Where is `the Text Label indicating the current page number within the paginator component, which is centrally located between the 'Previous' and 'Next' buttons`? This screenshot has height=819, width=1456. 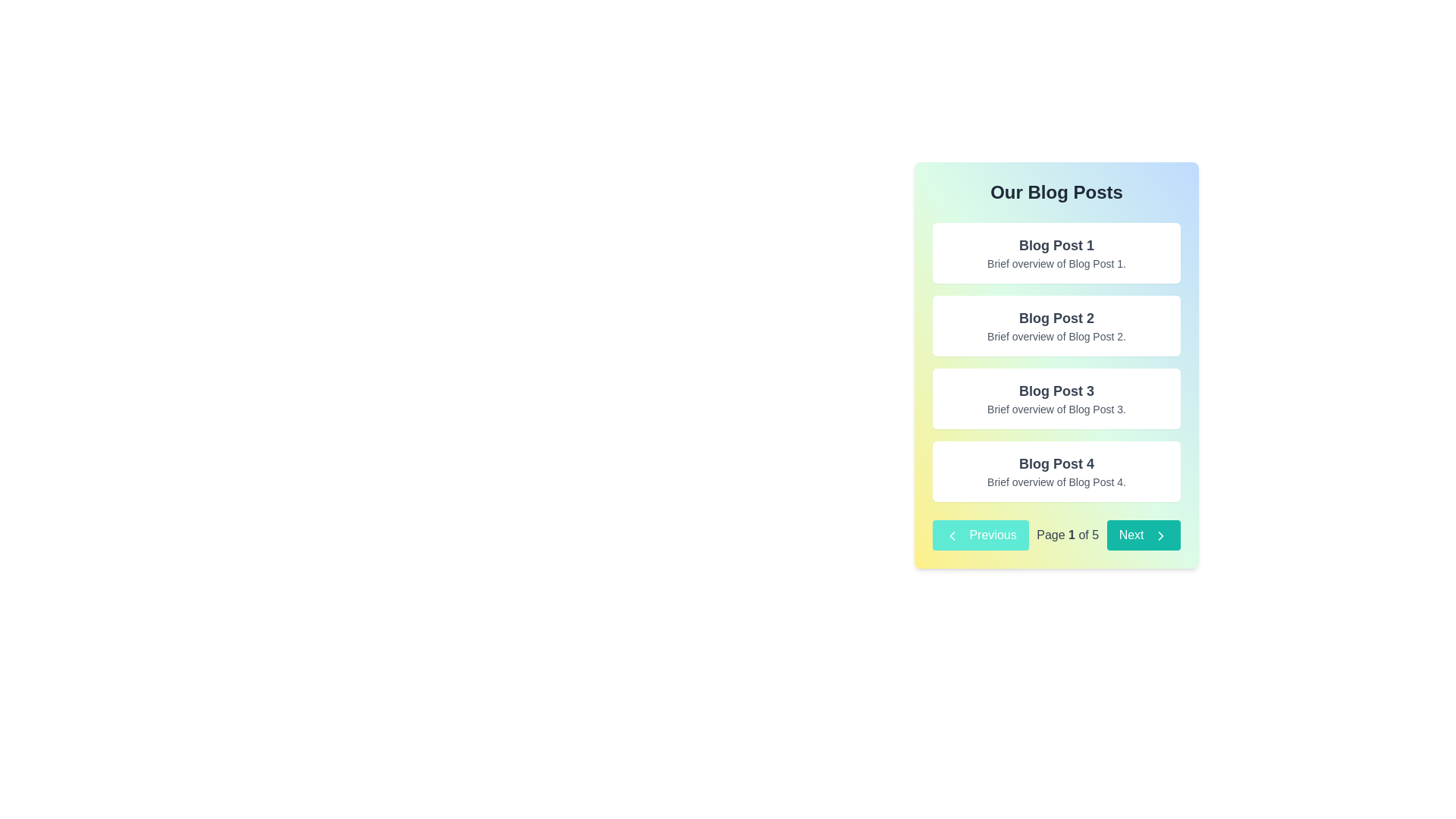
the Text Label indicating the current page number within the paginator component, which is centrally located between the 'Previous' and 'Next' buttons is located at coordinates (1067, 534).